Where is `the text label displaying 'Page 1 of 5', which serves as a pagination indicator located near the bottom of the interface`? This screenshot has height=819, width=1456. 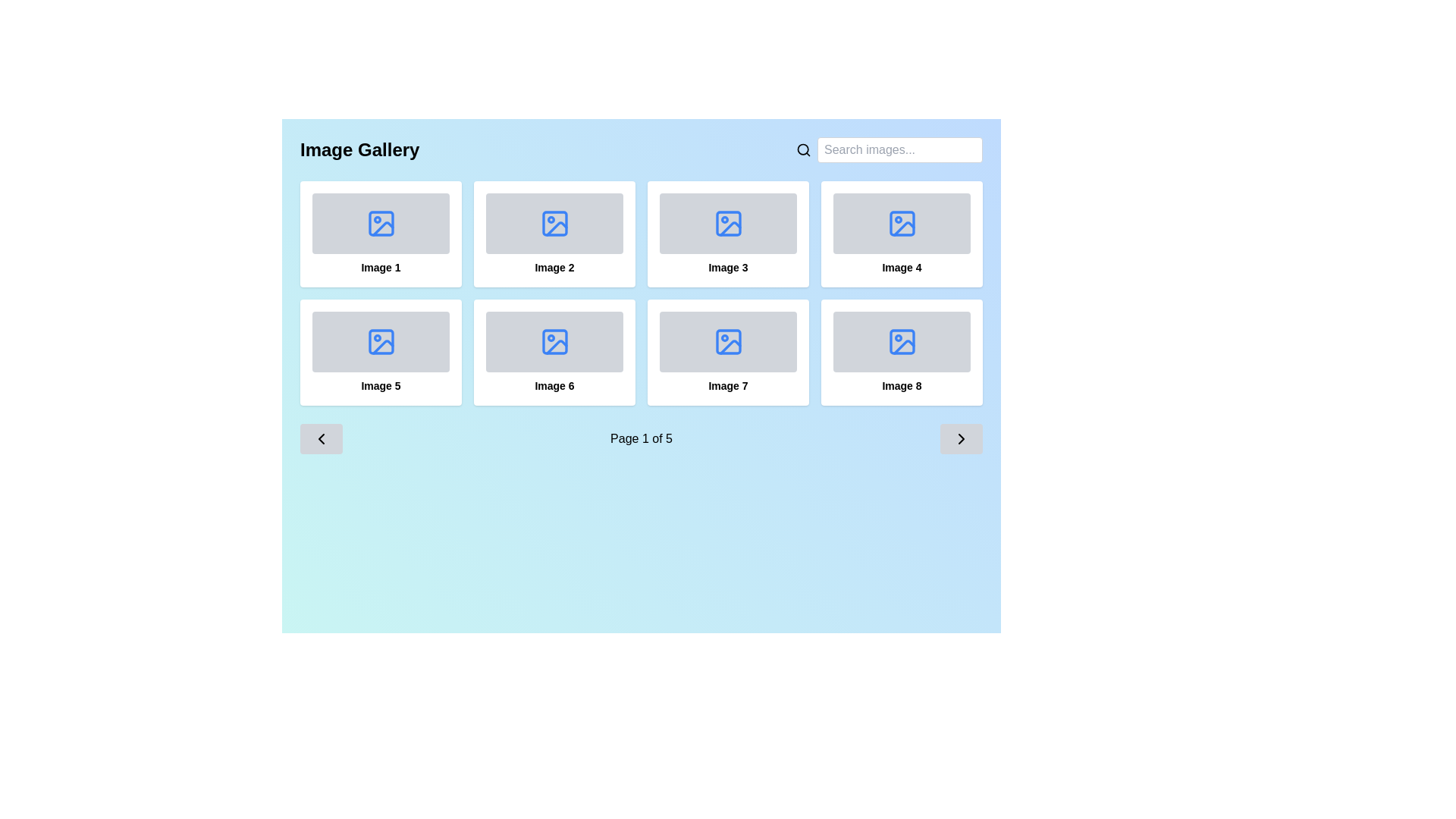 the text label displaying 'Page 1 of 5', which serves as a pagination indicator located near the bottom of the interface is located at coordinates (641, 438).